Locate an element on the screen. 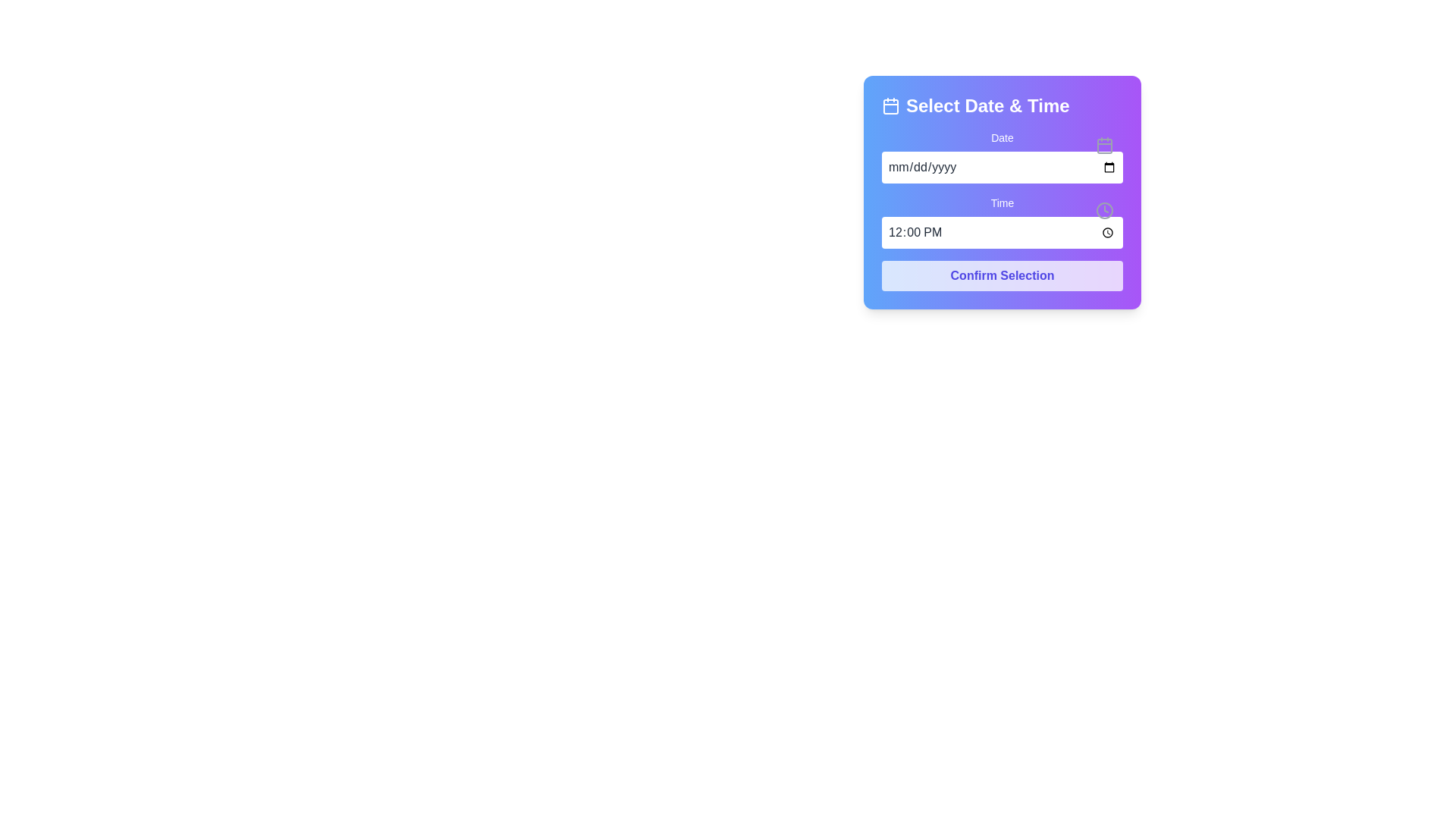  the large 'Confirm Selection' button with an indigo-colored text and a white background to observe the hover effect is located at coordinates (1002, 275).